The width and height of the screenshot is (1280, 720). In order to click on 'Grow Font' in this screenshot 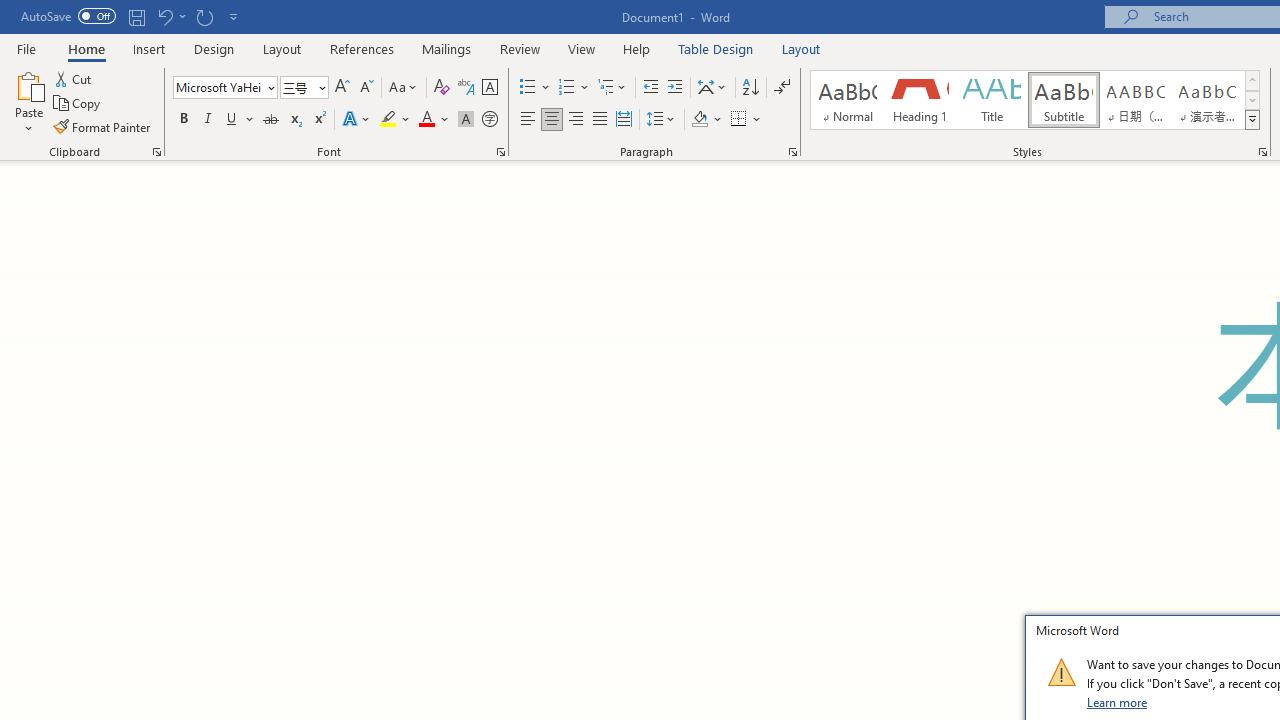, I will do `click(342, 86)`.